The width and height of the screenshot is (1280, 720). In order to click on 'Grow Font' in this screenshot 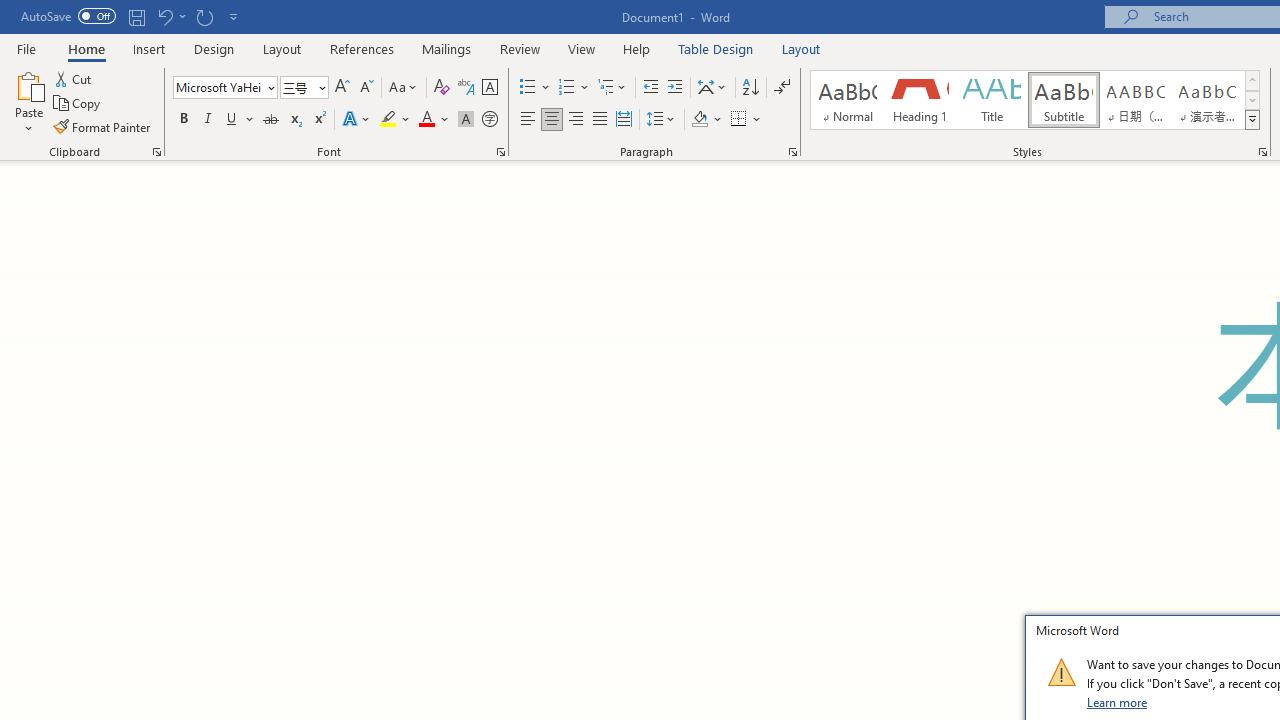, I will do `click(342, 86)`.